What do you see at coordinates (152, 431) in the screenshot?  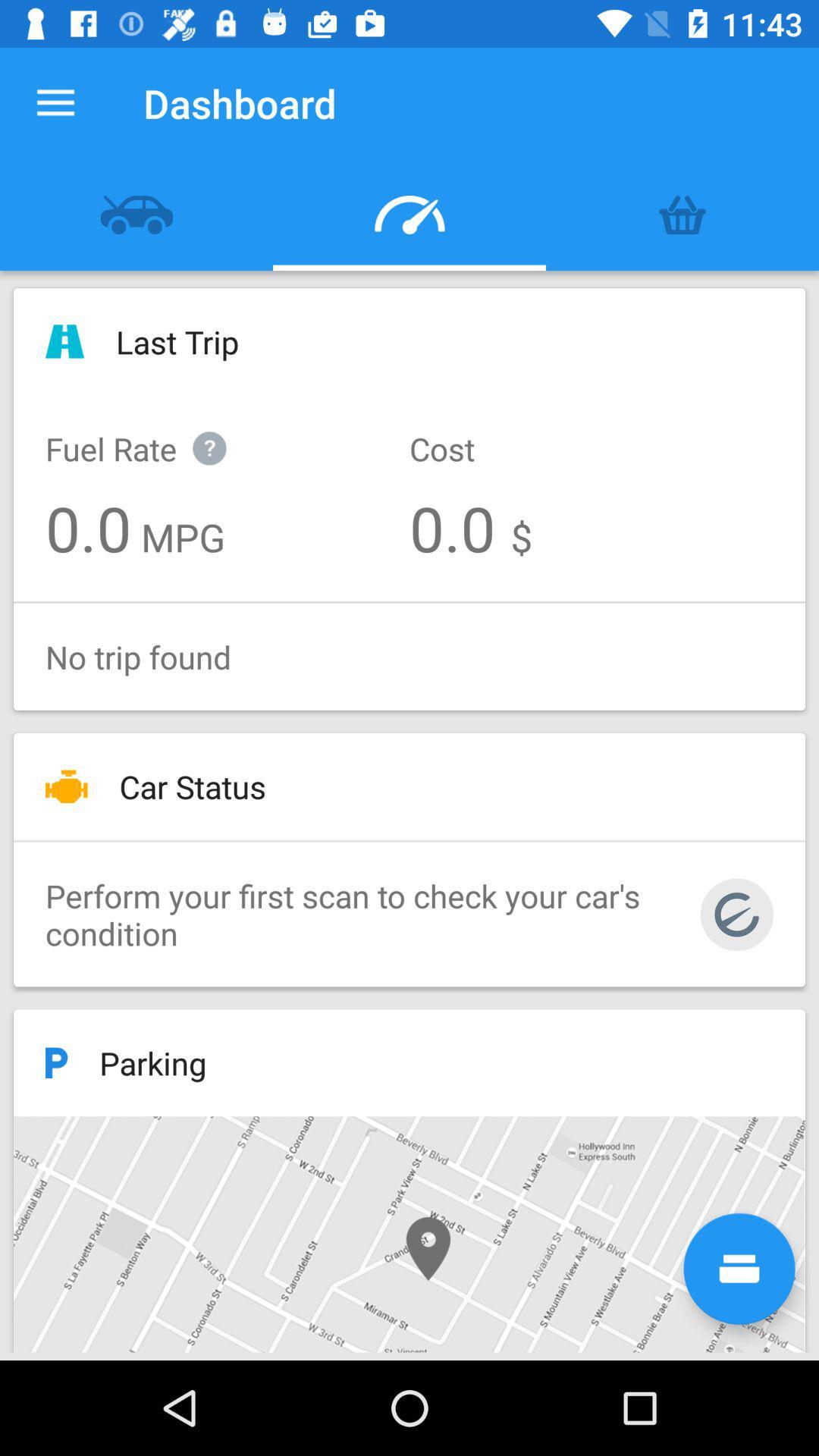 I see `icon above 0.0 mpg item` at bounding box center [152, 431].